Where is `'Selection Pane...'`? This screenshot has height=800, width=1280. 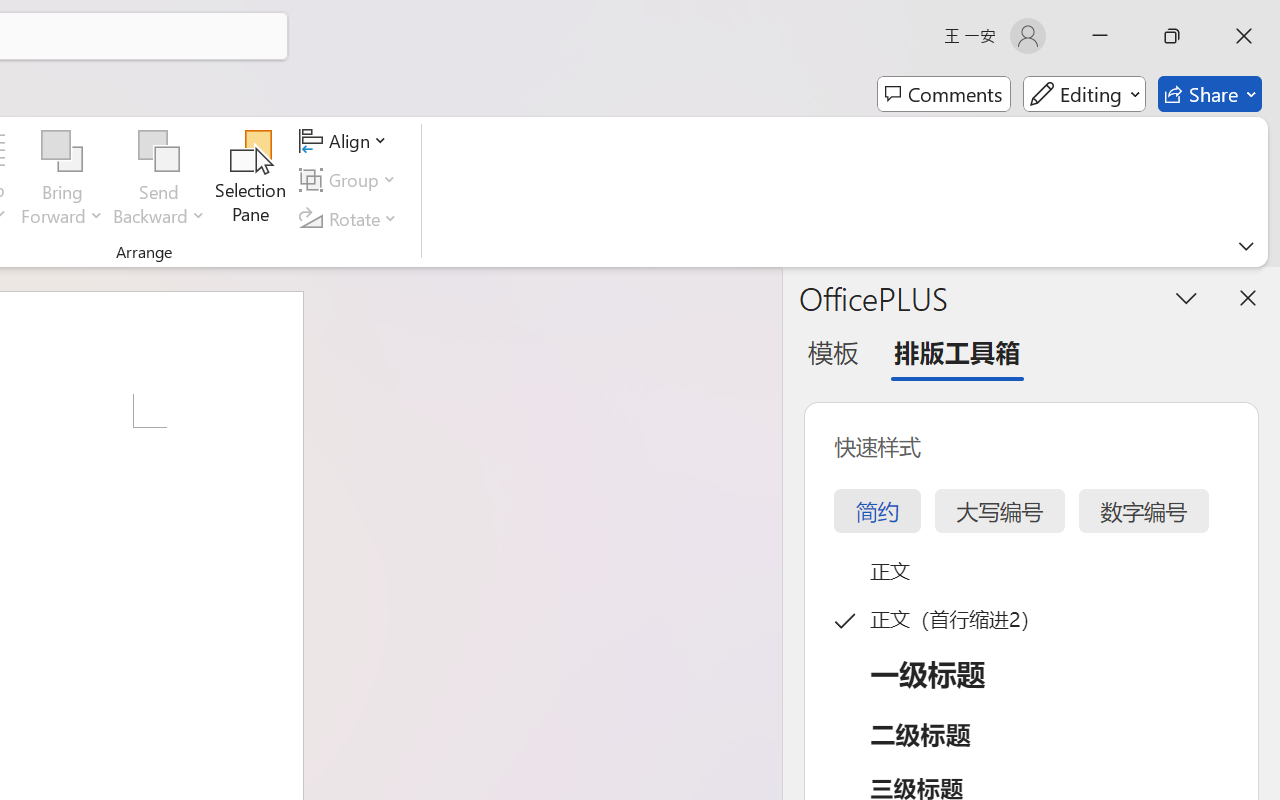
'Selection Pane...' is located at coordinates (250, 179).